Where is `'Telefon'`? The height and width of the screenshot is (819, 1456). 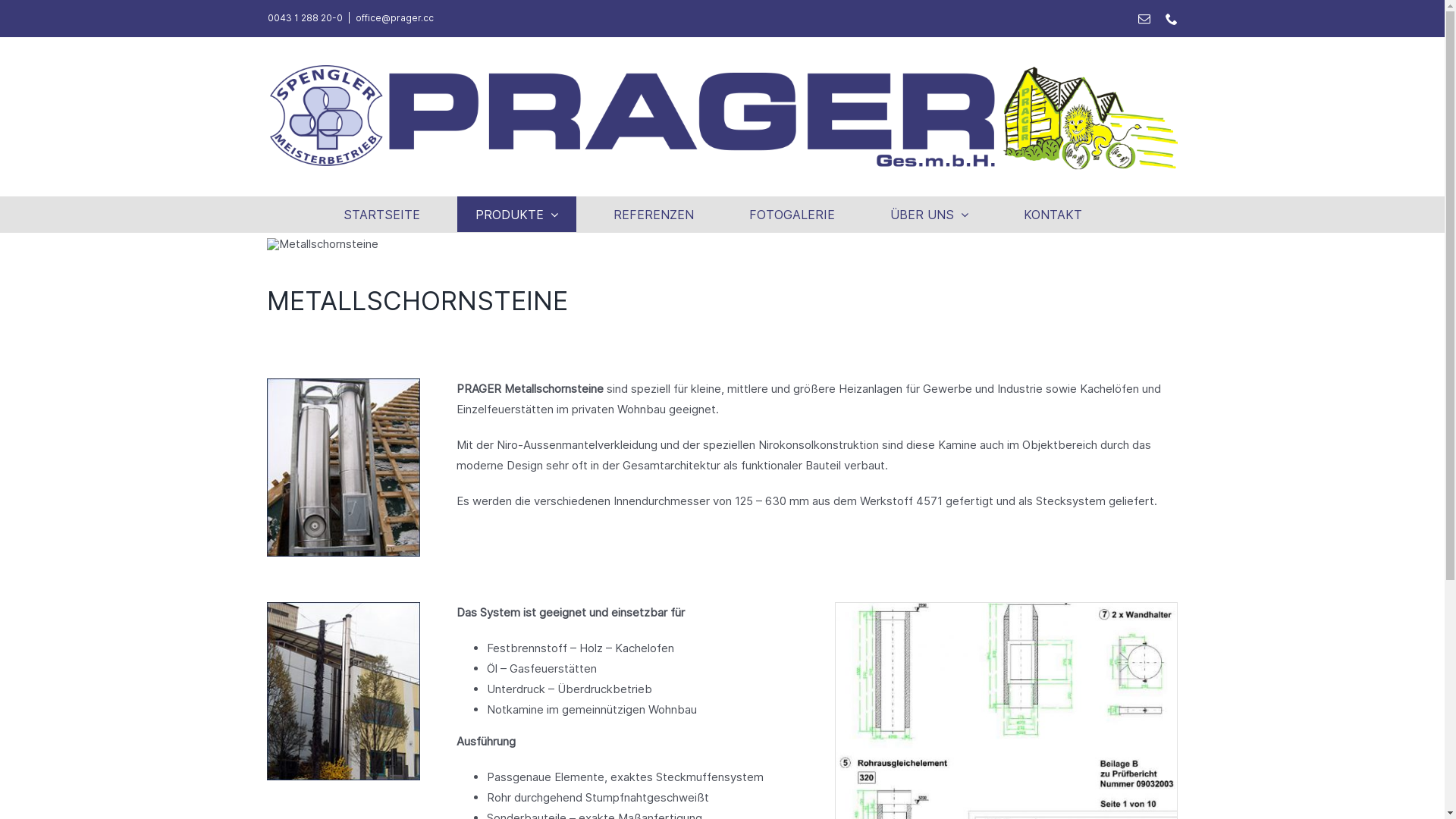
'Telefon' is located at coordinates (1170, 17).